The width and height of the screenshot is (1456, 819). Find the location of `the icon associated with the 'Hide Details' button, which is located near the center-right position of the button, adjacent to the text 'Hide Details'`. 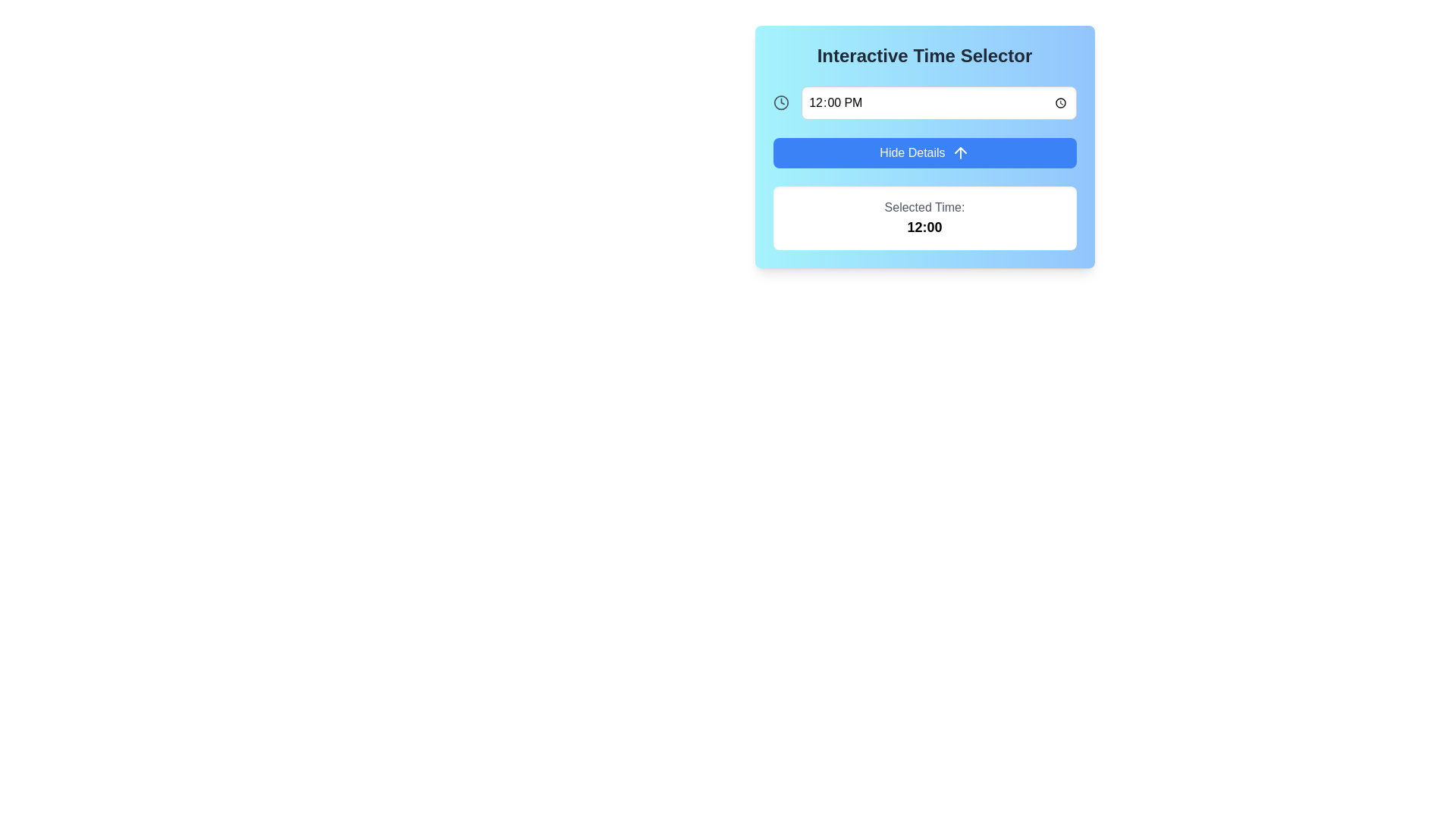

the icon associated with the 'Hide Details' button, which is located near the center-right position of the button, adjacent to the text 'Hide Details' is located at coordinates (959, 152).